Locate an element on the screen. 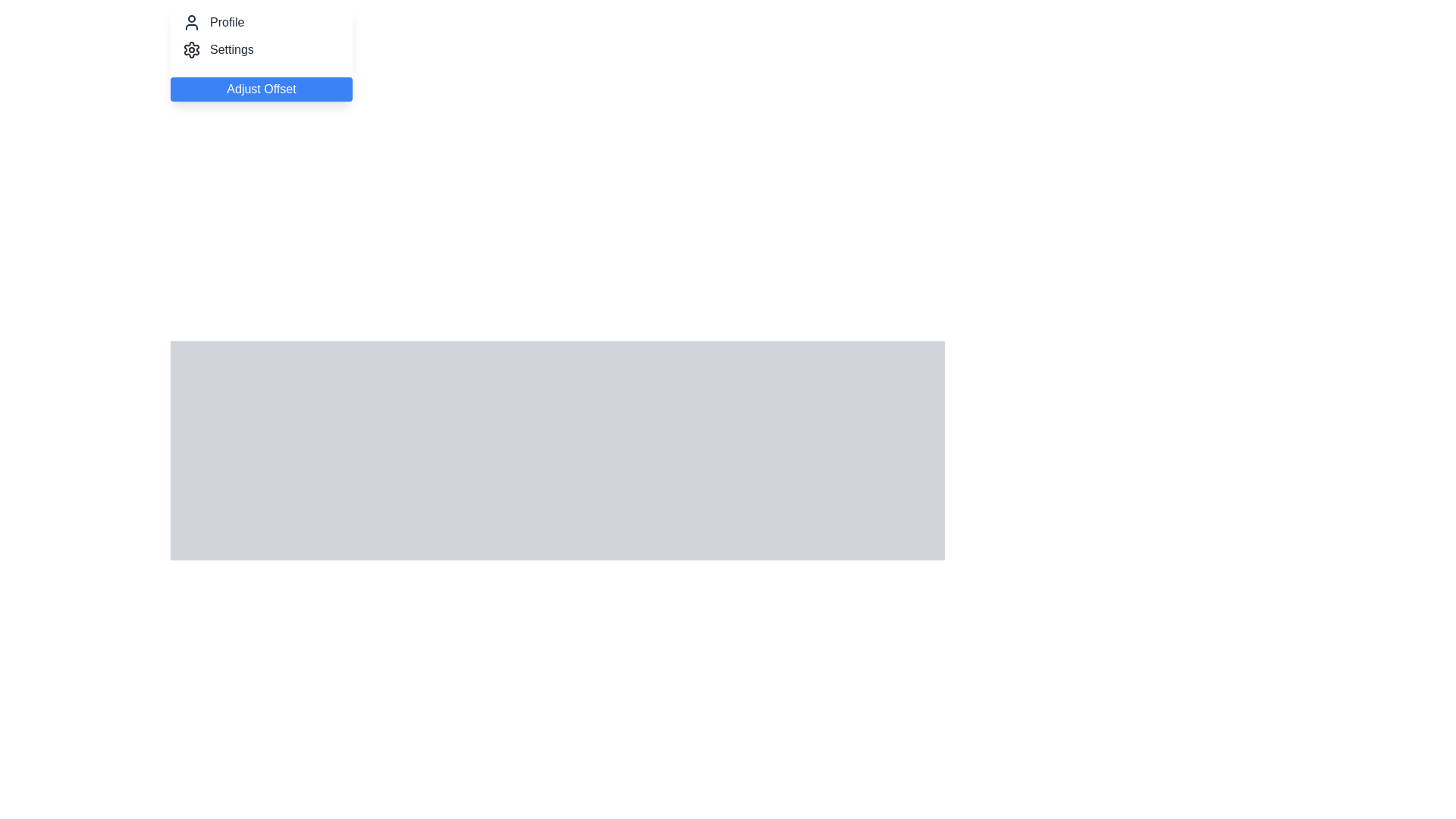 This screenshot has width=1456, height=819. the settings icon located in the top-left region of the page is located at coordinates (191, 49).